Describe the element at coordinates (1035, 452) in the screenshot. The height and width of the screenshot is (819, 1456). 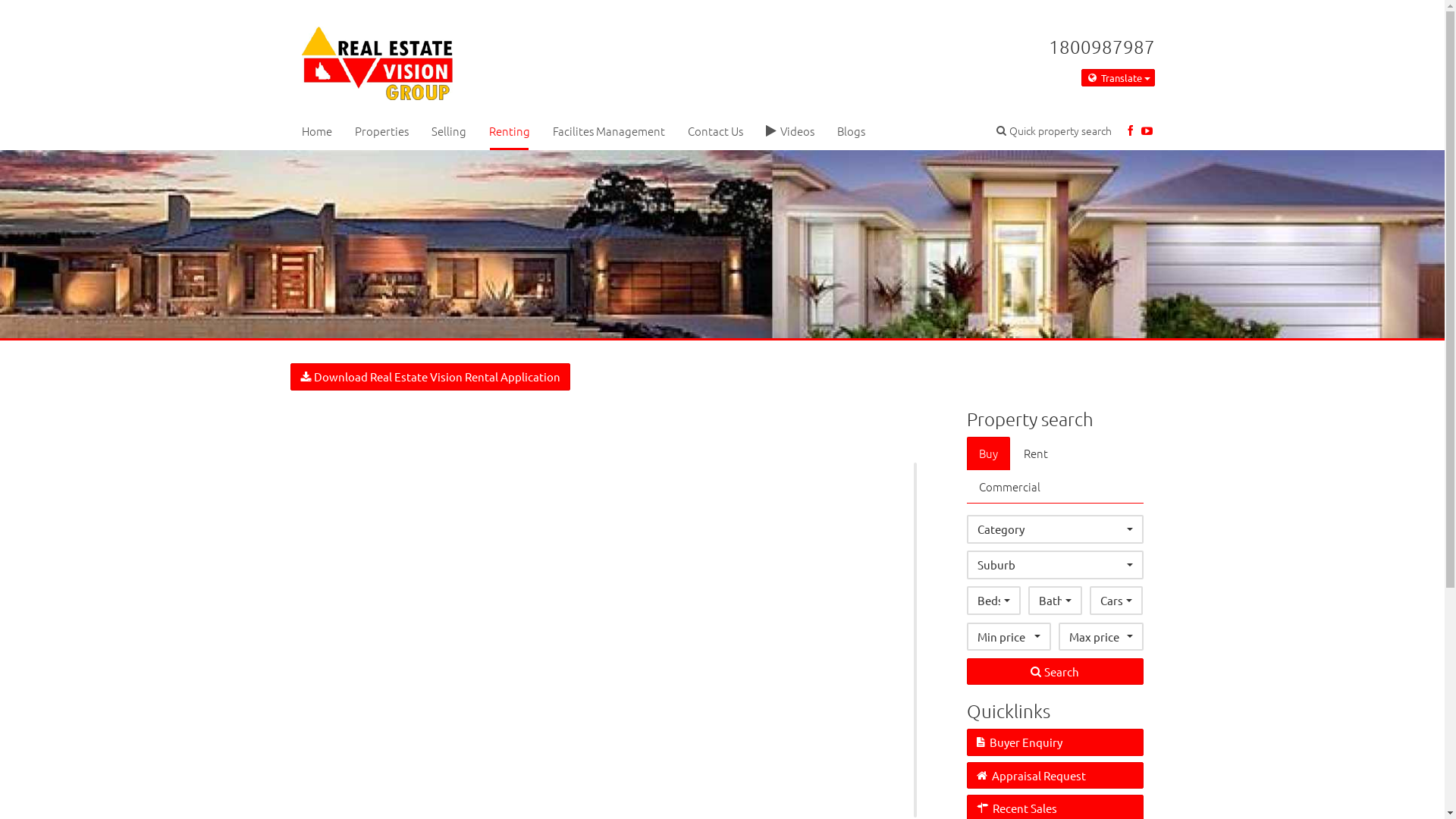
I see `'Rent'` at that location.